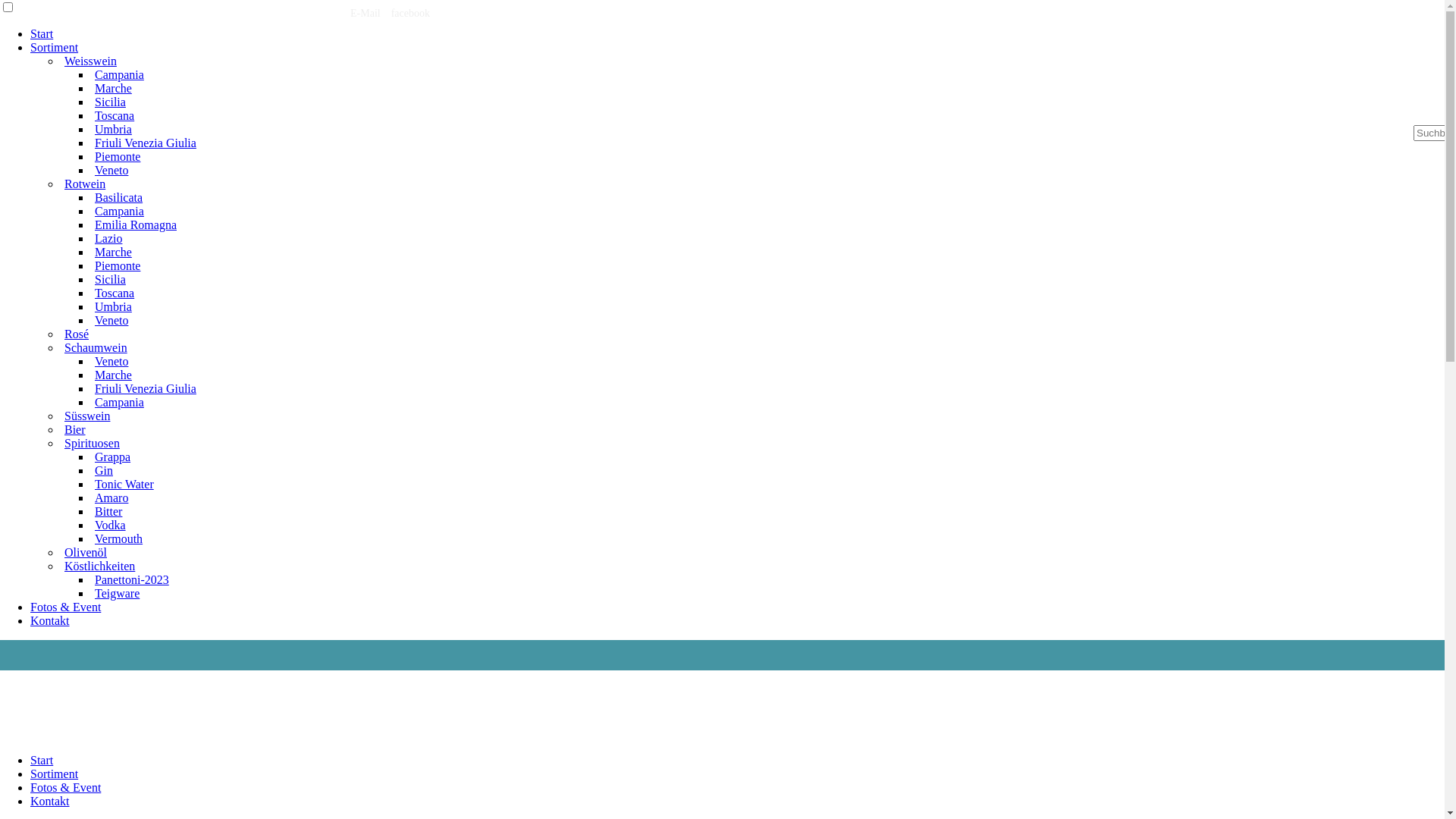 This screenshot has width=1456, height=819. Describe the element at coordinates (54, 773) in the screenshot. I see `'Sortiment'` at that location.